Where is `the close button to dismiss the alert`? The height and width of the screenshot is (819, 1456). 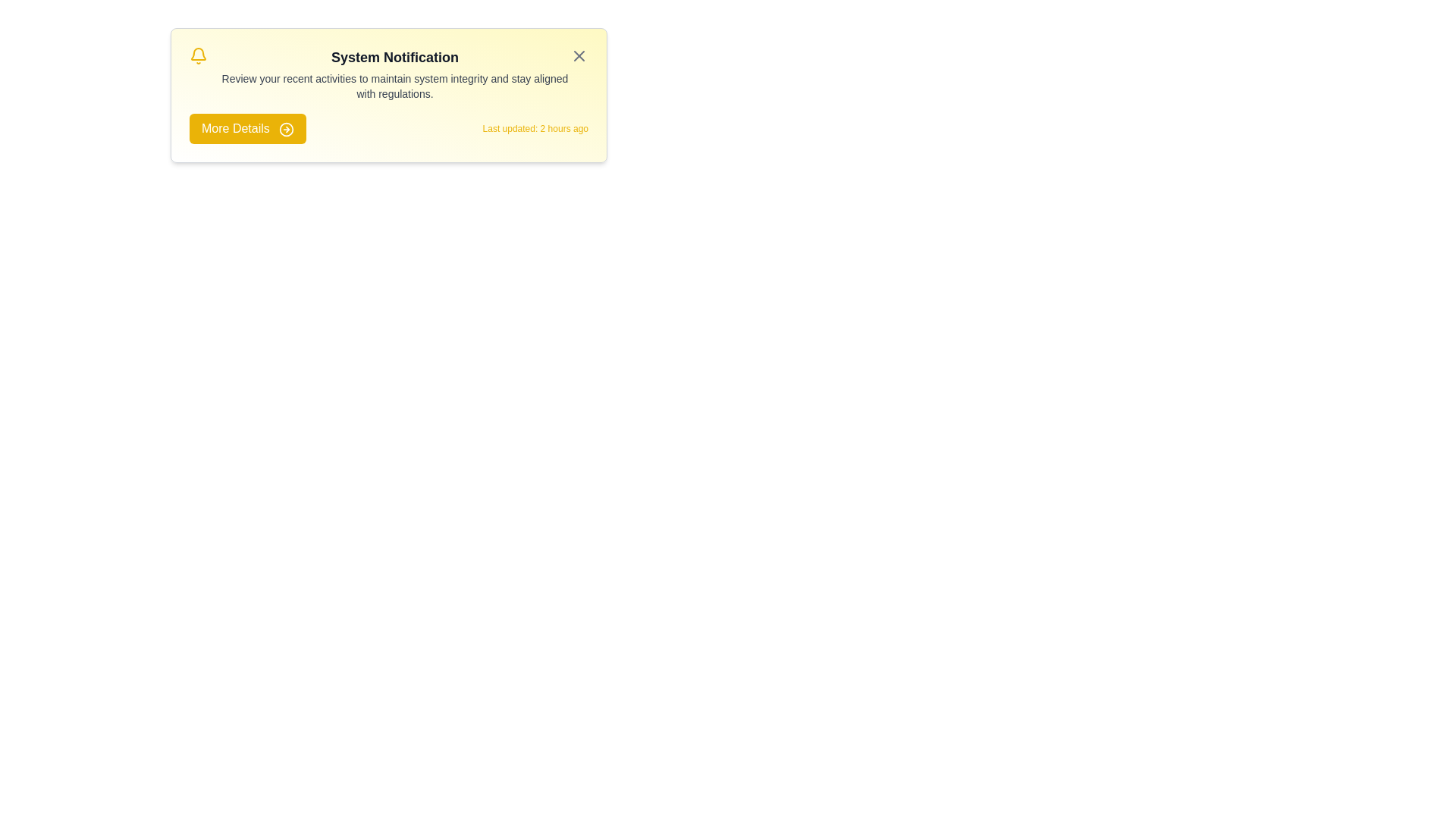 the close button to dismiss the alert is located at coordinates (578, 55).